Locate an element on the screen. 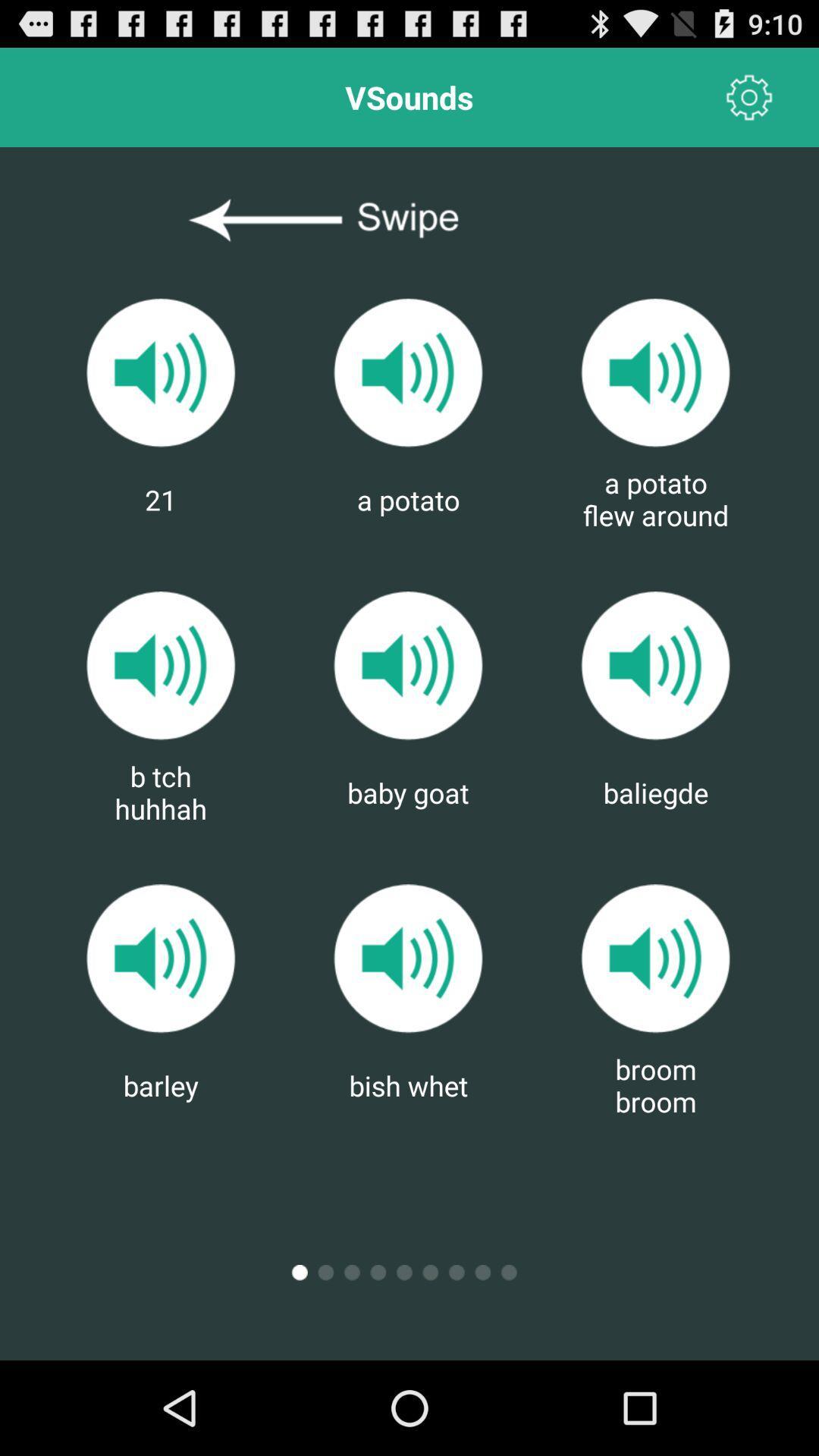 This screenshot has width=819, height=1456. swipe to left is located at coordinates (408, 220).